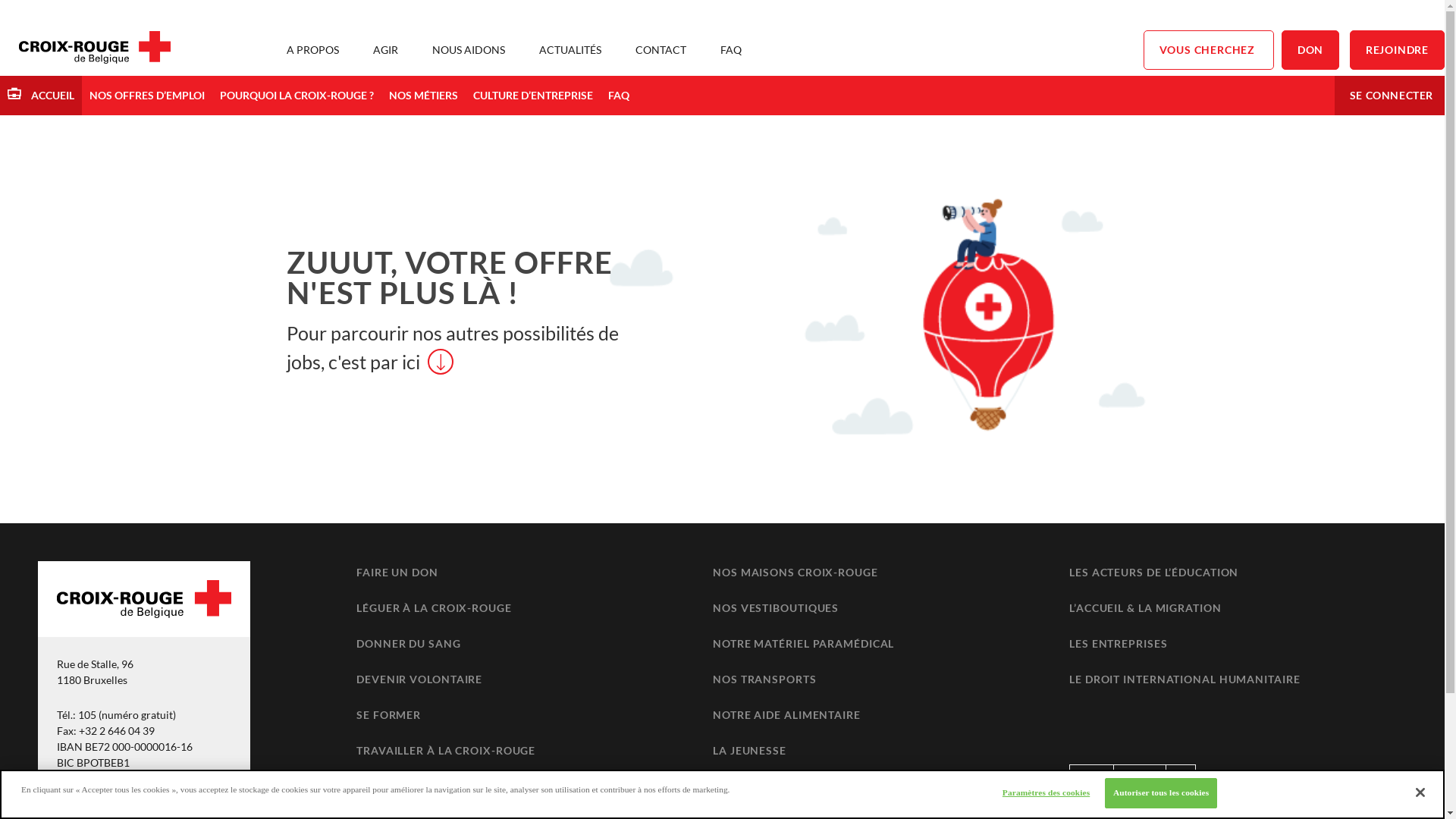 The height and width of the screenshot is (819, 1456). What do you see at coordinates (468, 49) in the screenshot?
I see `'NOUS AIDONS'` at bounding box center [468, 49].